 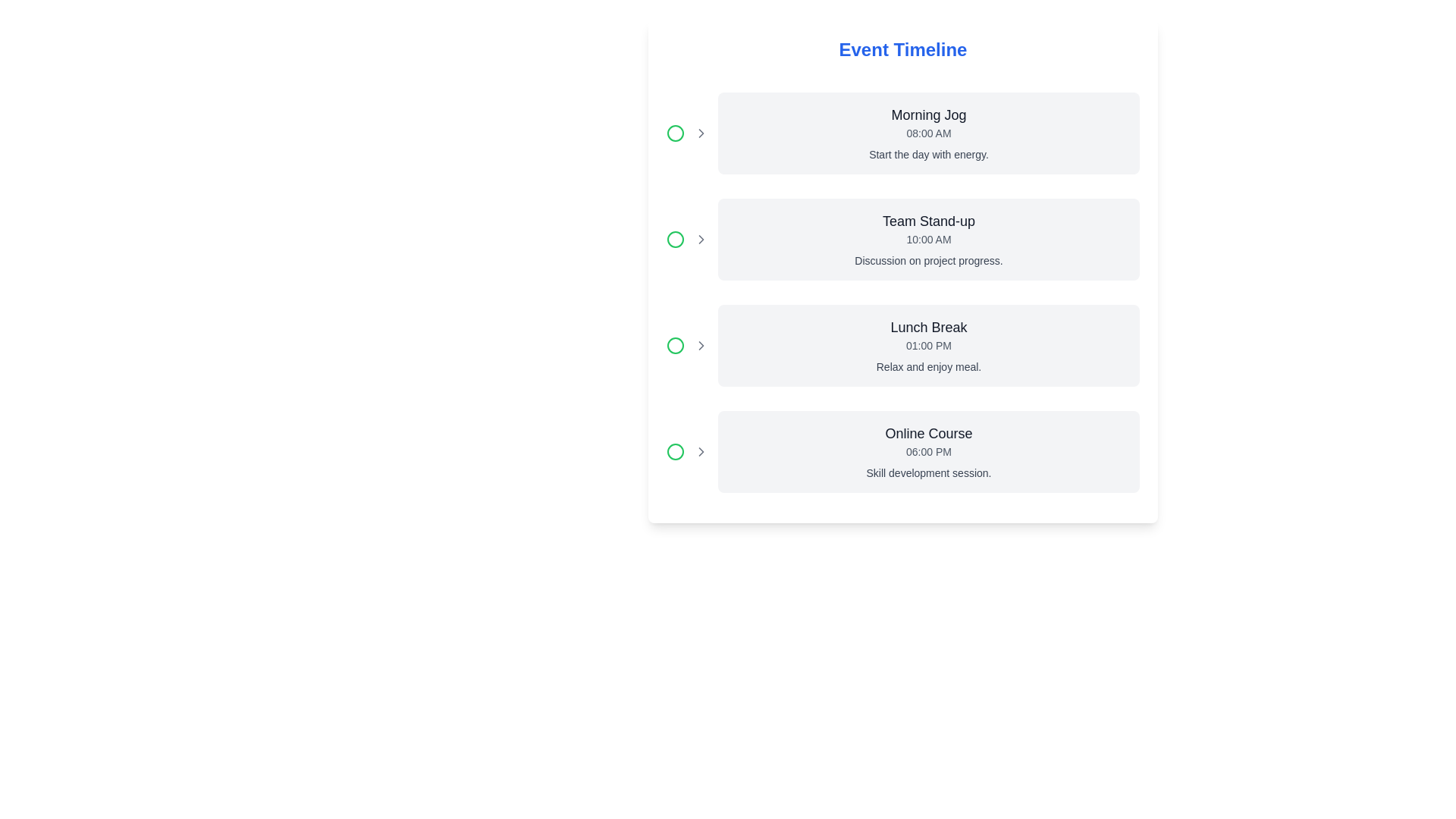 What do you see at coordinates (701, 345) in the screenshot?
I see `the chevron icon located to the right of the text 'Relax and enjoy meal' in the 'Lunch Break' section` at bounding box center [701, 345].